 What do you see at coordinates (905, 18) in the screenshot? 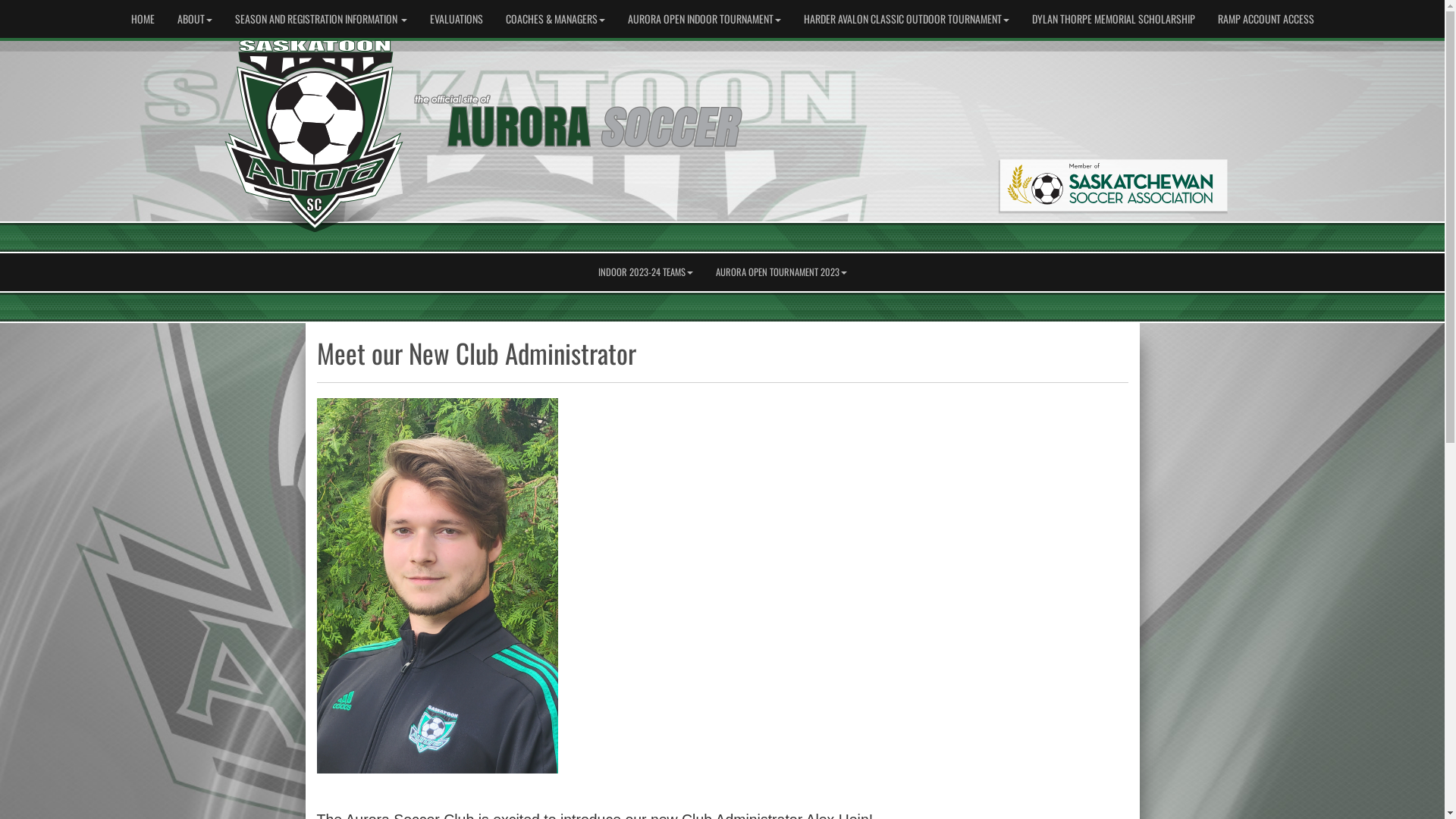
I see `'HARDER AVALON CLASSIC OUTDOOR TOURNAMENT'` at bounding box center [905, 18].